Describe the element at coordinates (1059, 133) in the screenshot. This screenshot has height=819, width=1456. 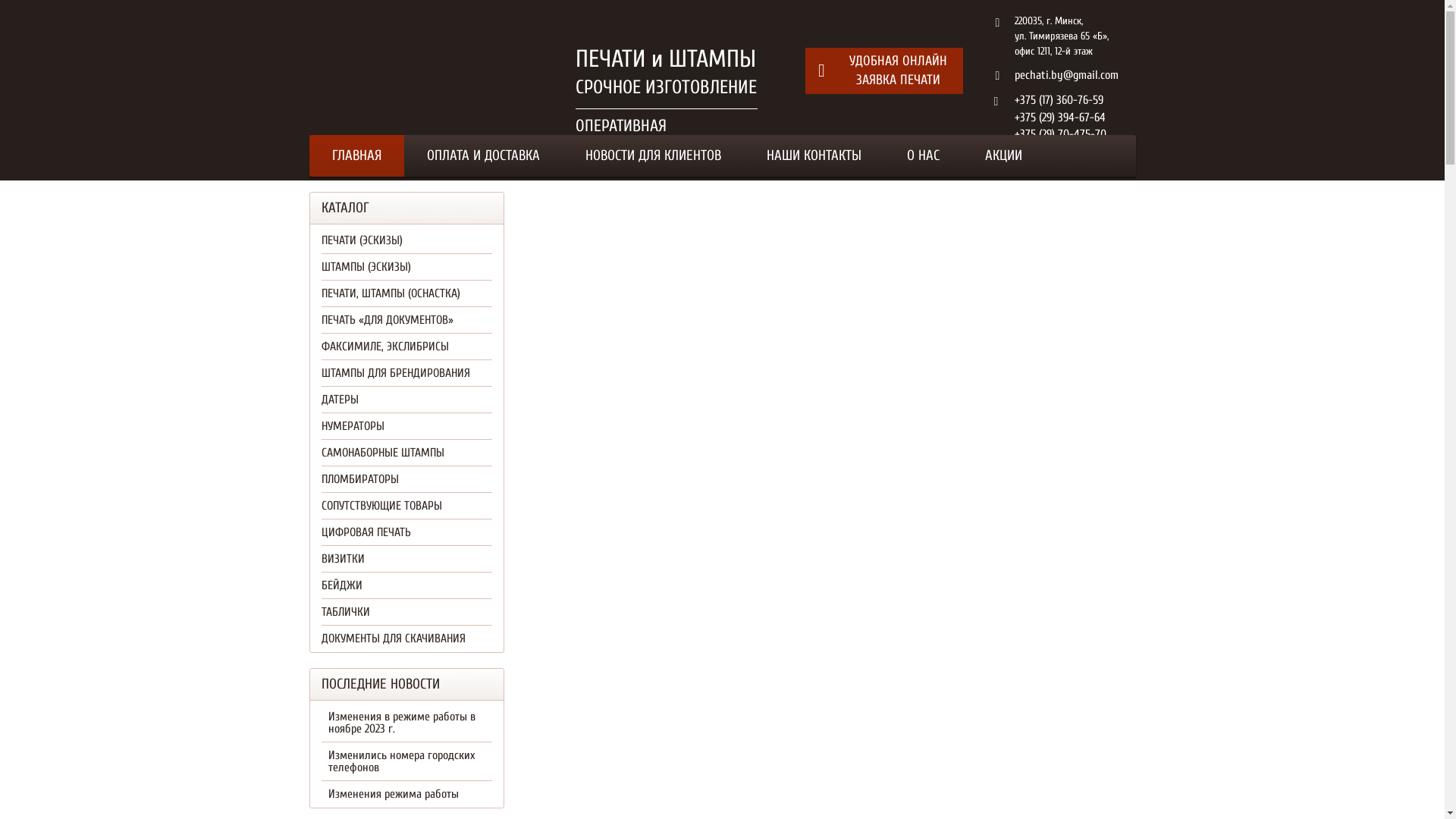
I see `'+375 (29) 70-475-70'` at that location.